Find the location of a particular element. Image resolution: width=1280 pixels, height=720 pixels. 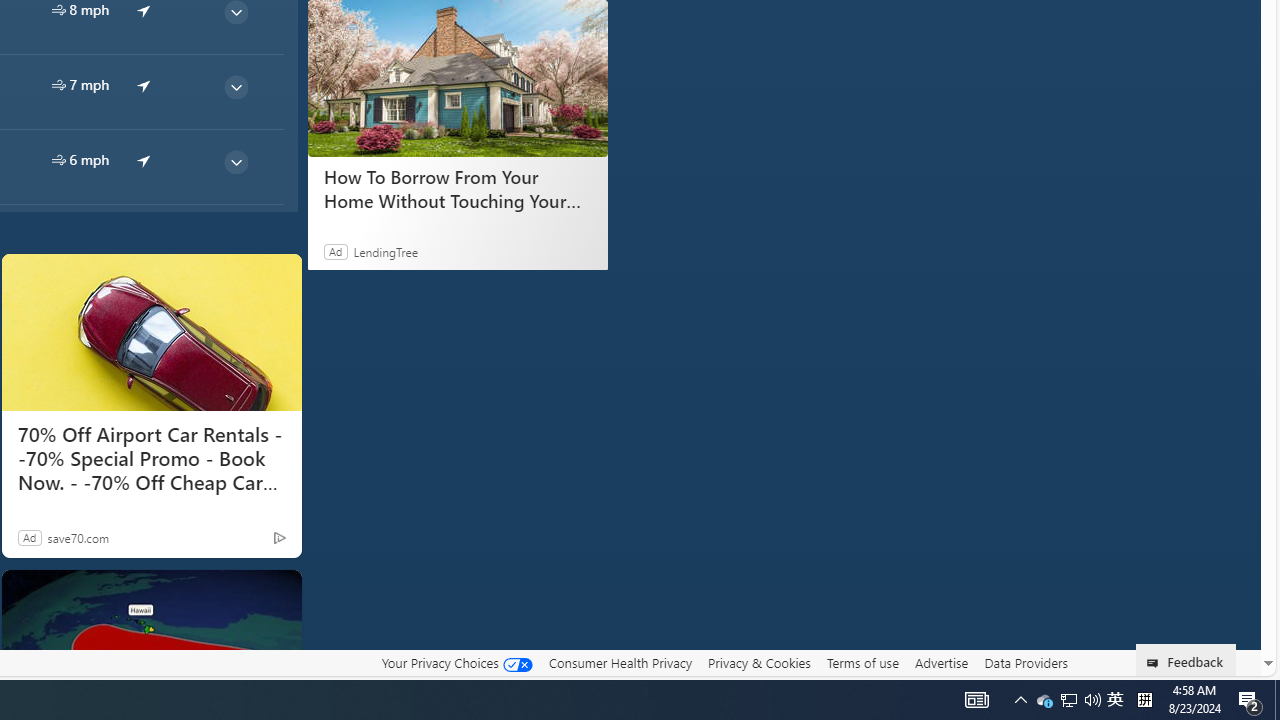

'LendingTree' is located at coordinates (385, 250).